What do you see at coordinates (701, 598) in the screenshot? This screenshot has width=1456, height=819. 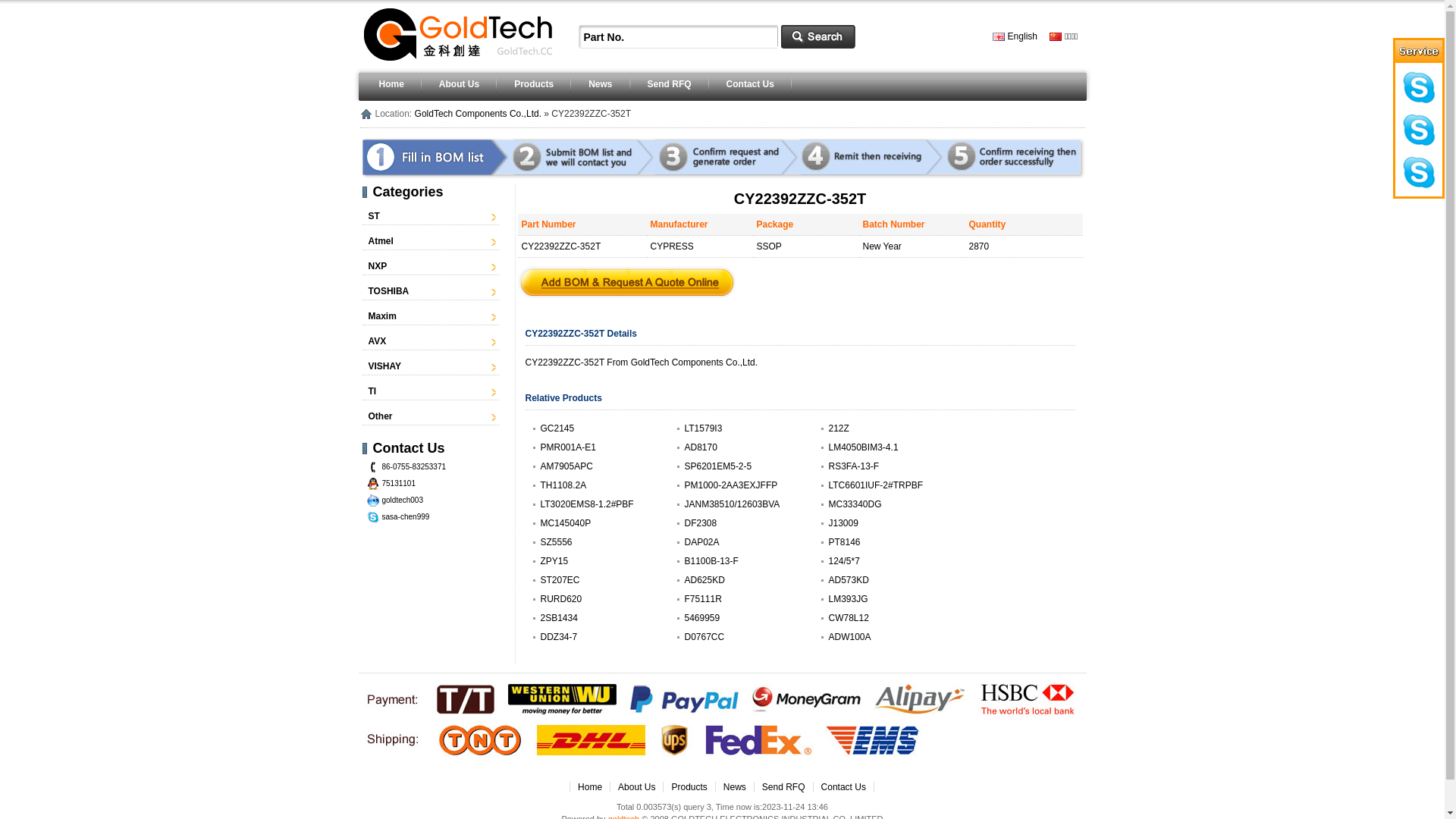 I see `'F75111R'` at bounding box center [701, 598].